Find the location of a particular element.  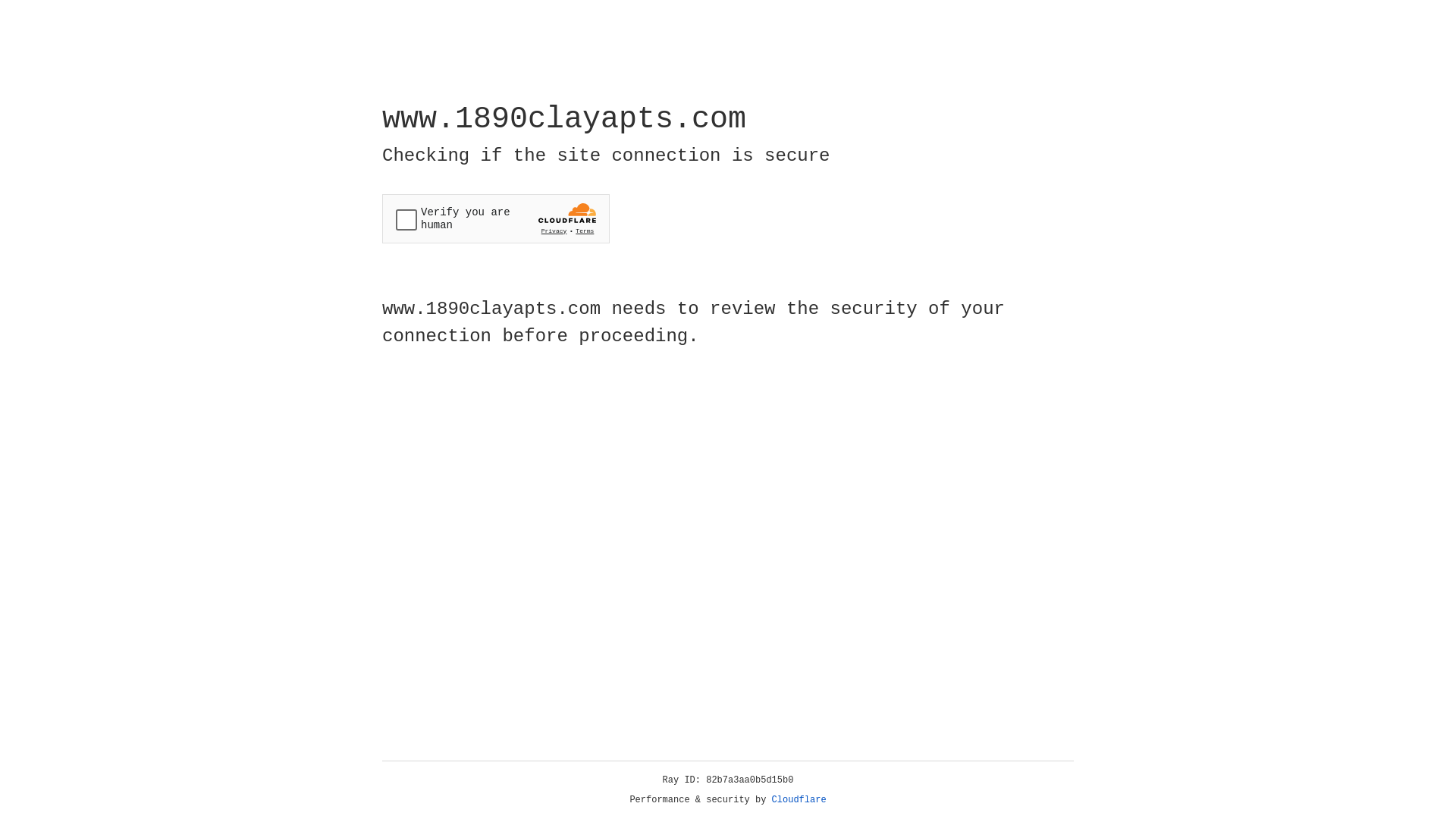

'Cloudflare' is located at coordinates (799, 799).